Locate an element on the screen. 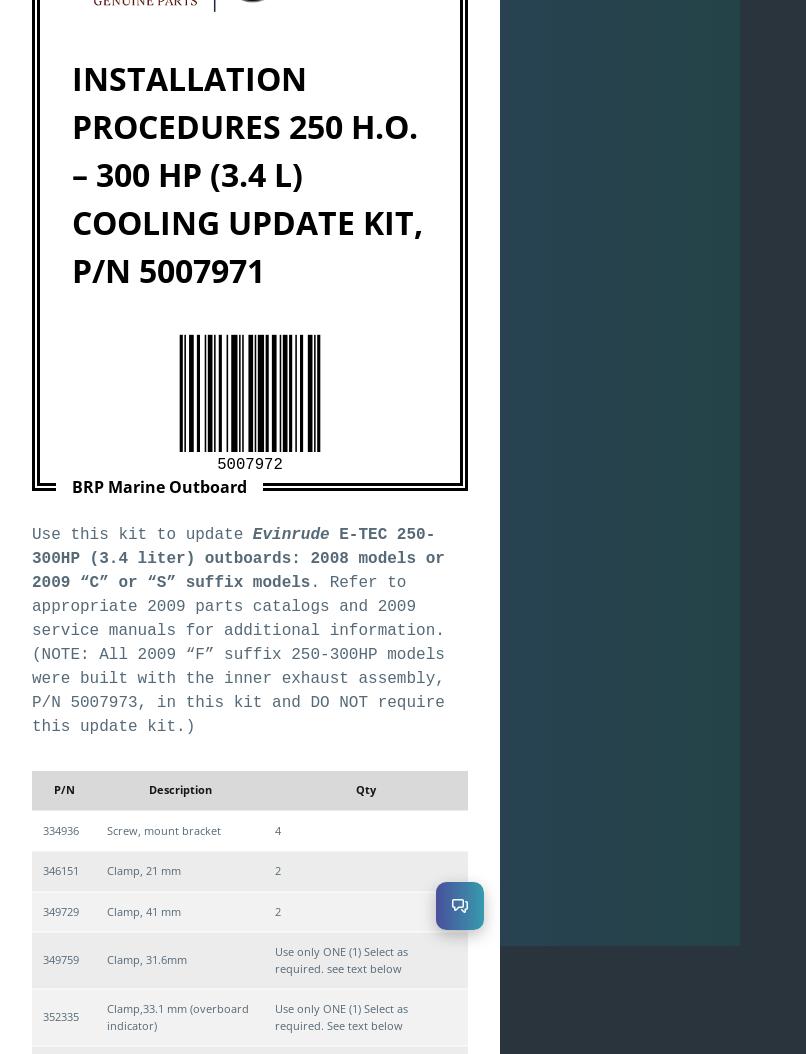  '349759' is located at coordinates (61, 959).